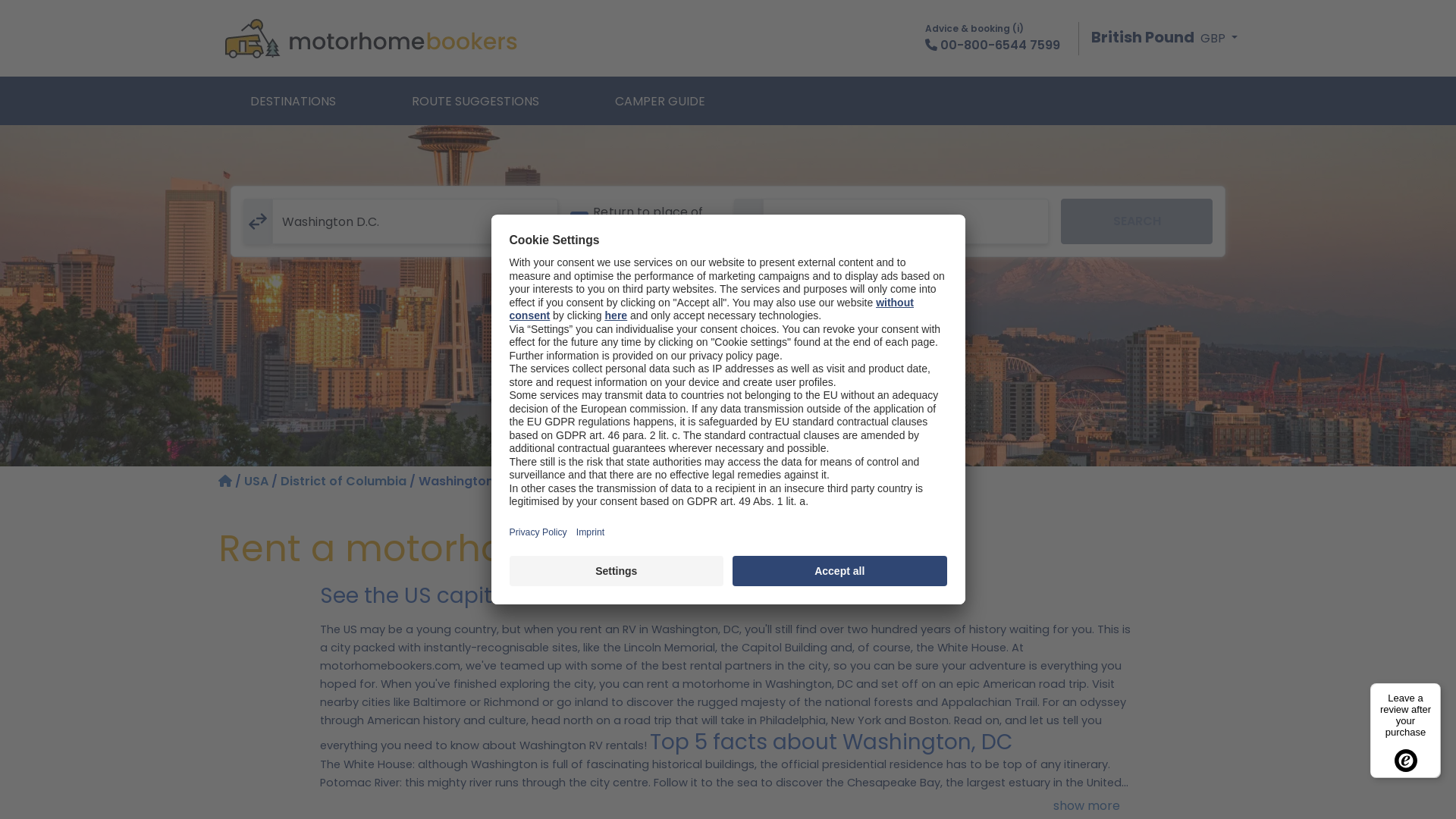  What do you see at coordinates (660, 100) in the screenshot?
I see `'CAMPER GUIDE'` at bounding box center [660, 100].